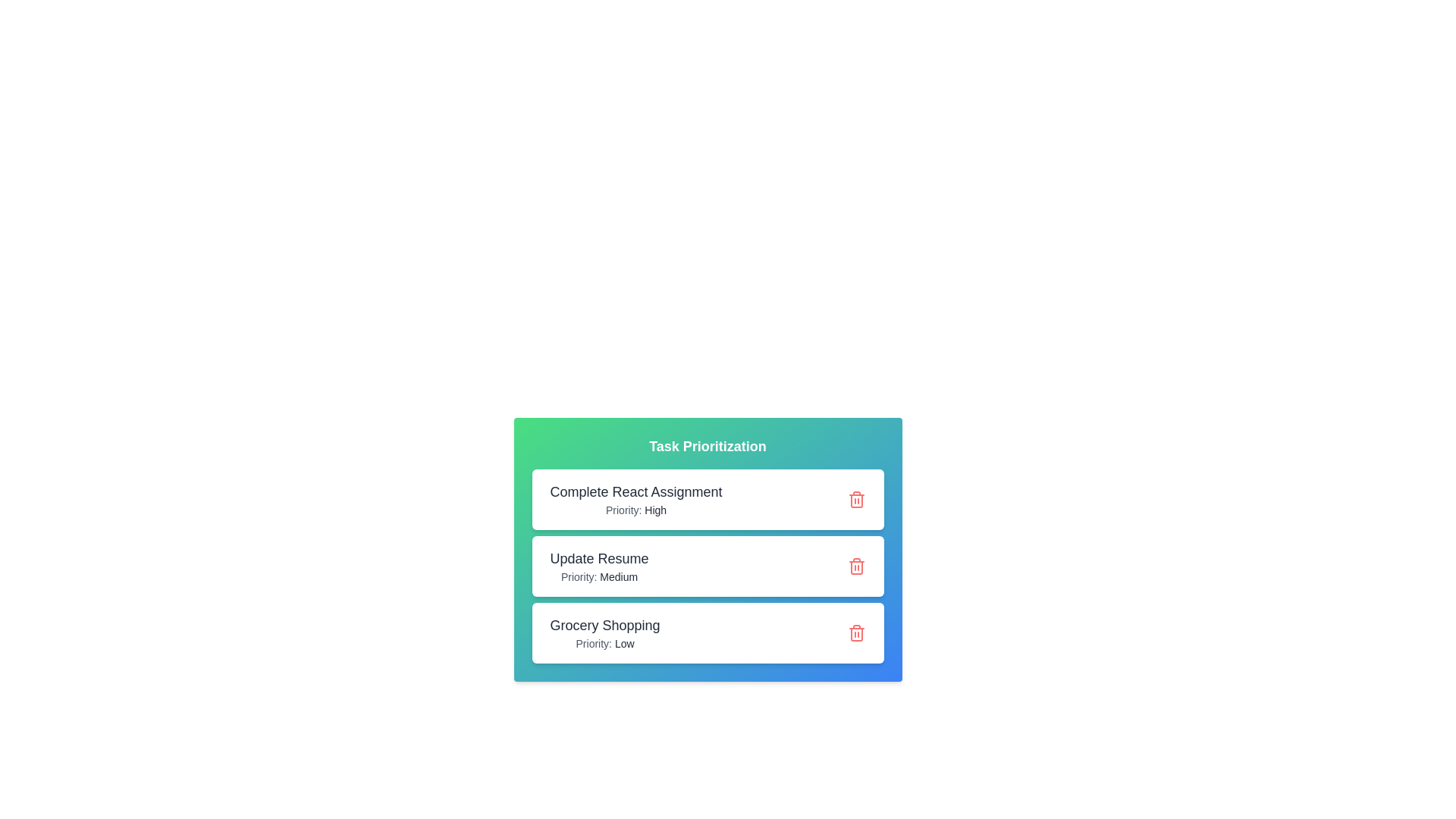 This screenshot has height=819, width=1456. Describe the element at coordinates (856, 632) in the screenshot. I see `the delete button for the task identified by Grocery Shopping` at that location.